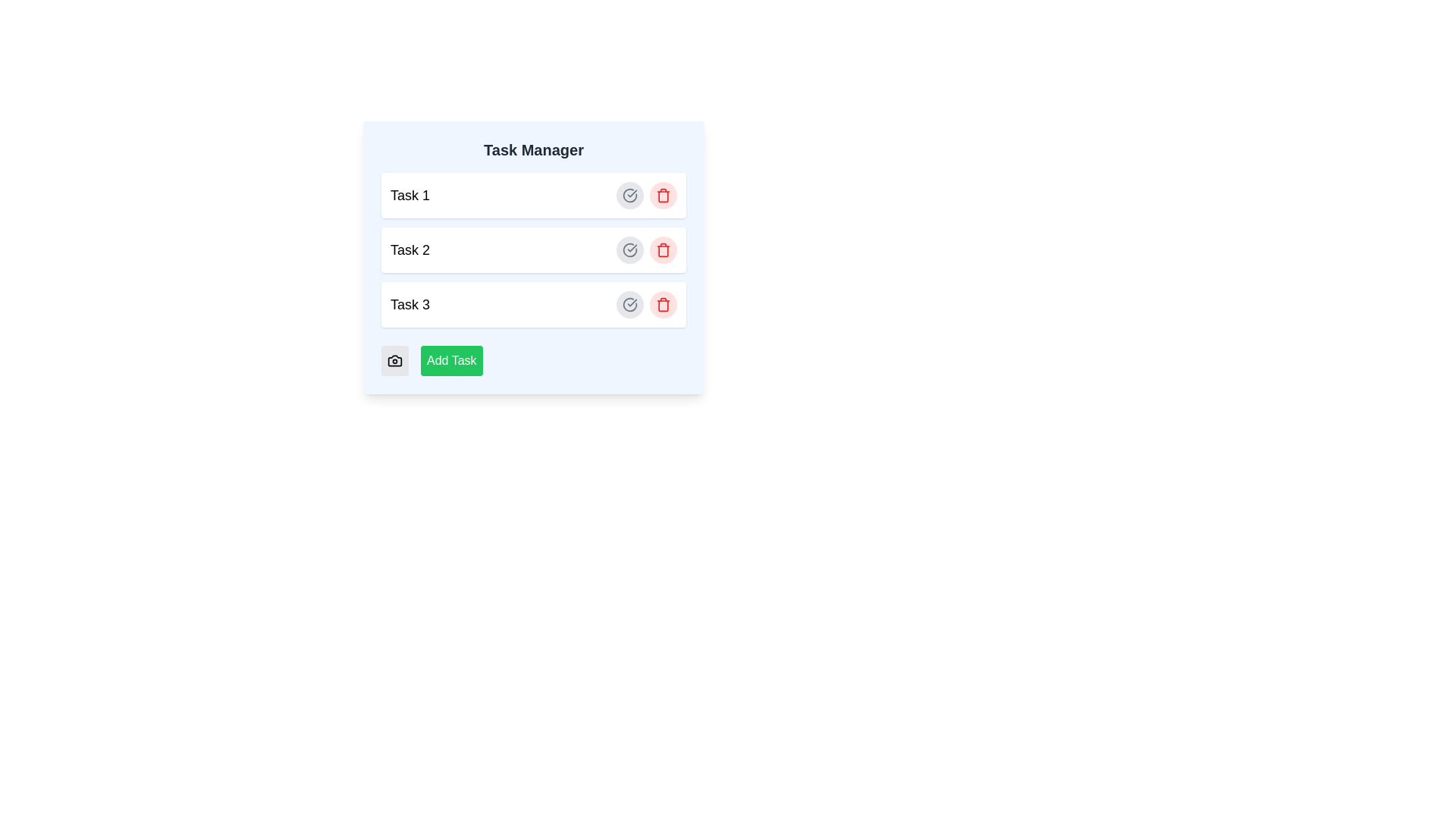  Describe the element at coordinates (629, 195) in the screenshot. I see `the circular checkmark icon on the right side of the 'Task 2' row` at that location.